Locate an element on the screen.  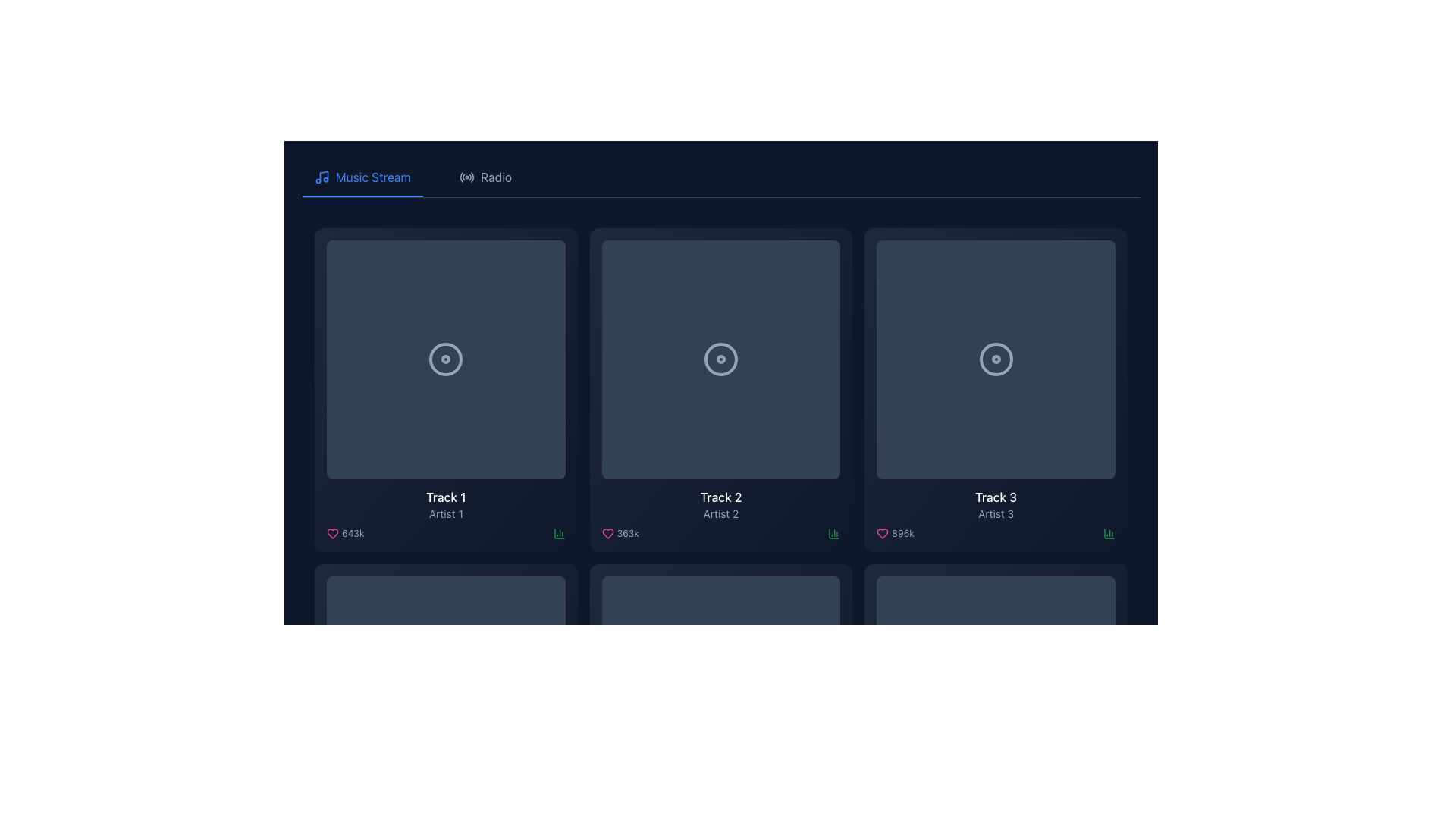
the analytics icon, which is the third icon in the flex group under the card labeled 'Track 3' and 'Artist 3' in the bottom row of the current interface is located at coordinates (1109, 532).